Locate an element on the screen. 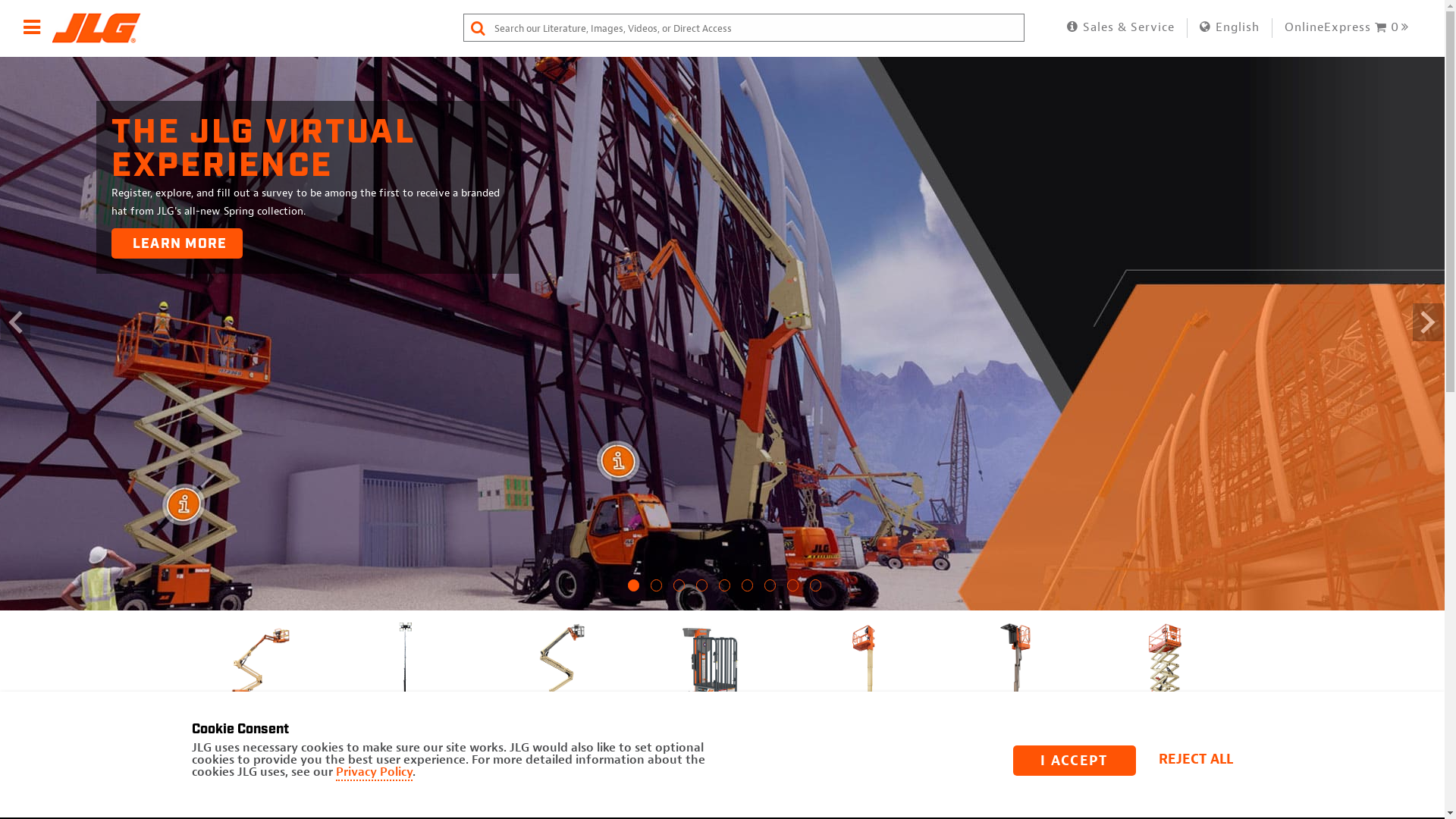  'Low-Level Access' is located at coordinates (645, 674).